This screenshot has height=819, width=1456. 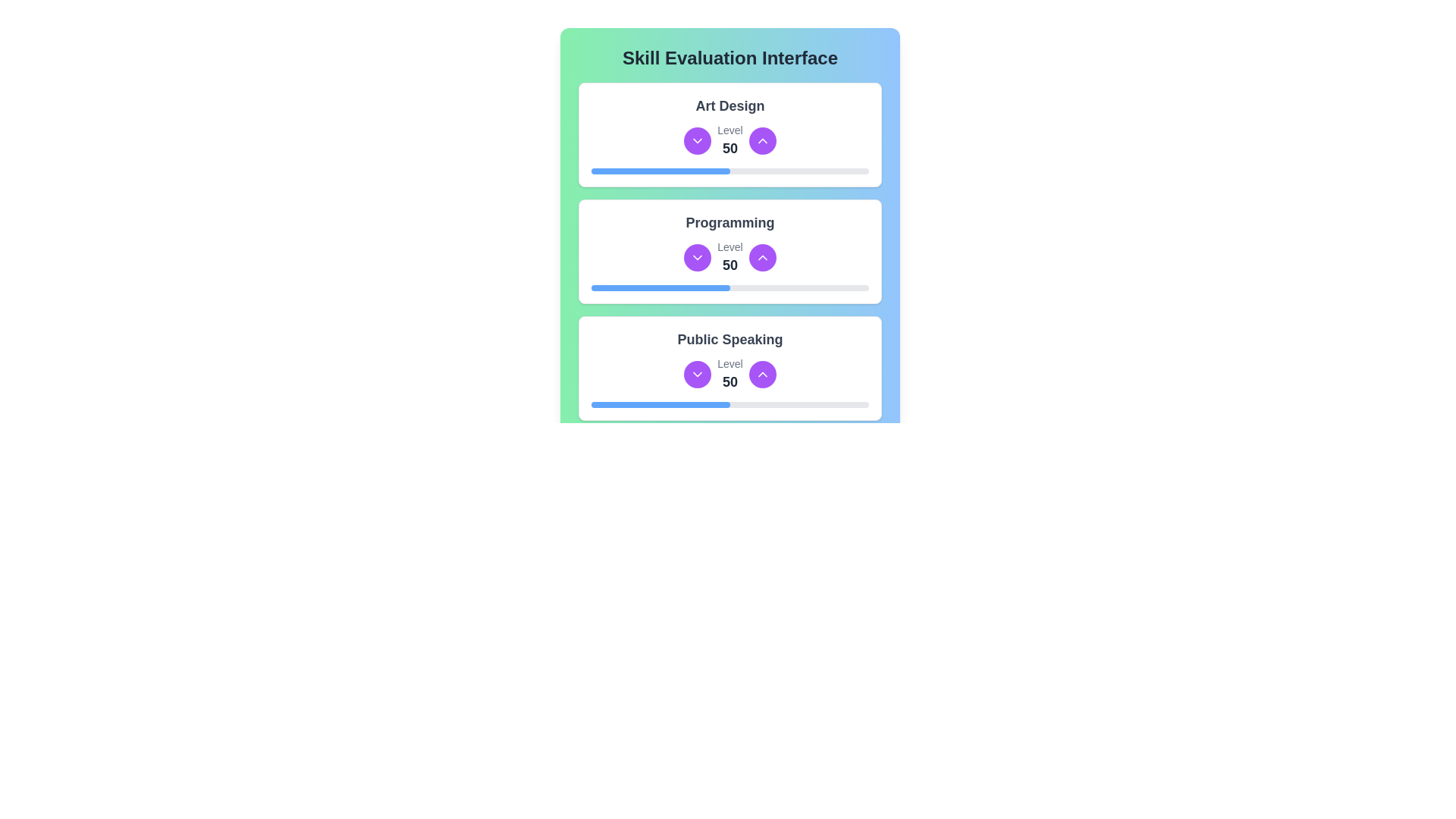 I want to click on the progress bar that visually represents the proficiency level of the 'Public Speaking' skill, located at the bottom of the skill card beneath the 'Level 50' text, so click(x=730, y=403).